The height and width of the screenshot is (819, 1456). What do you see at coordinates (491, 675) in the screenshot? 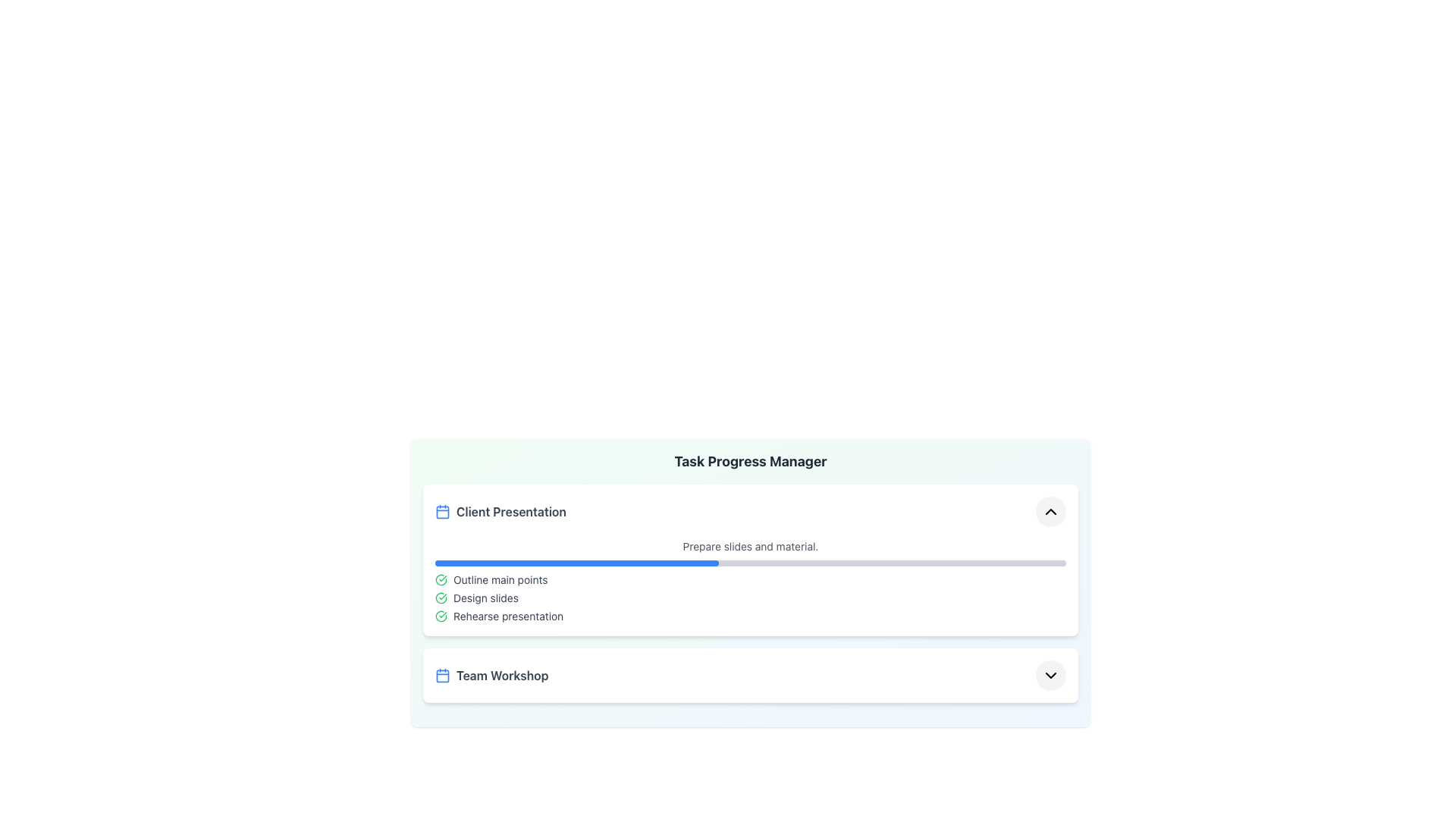
I see `the text label with an icon located at the bottom of the white card, which identifies a specific team-related workshop or event` at bounding box center [491, 675].